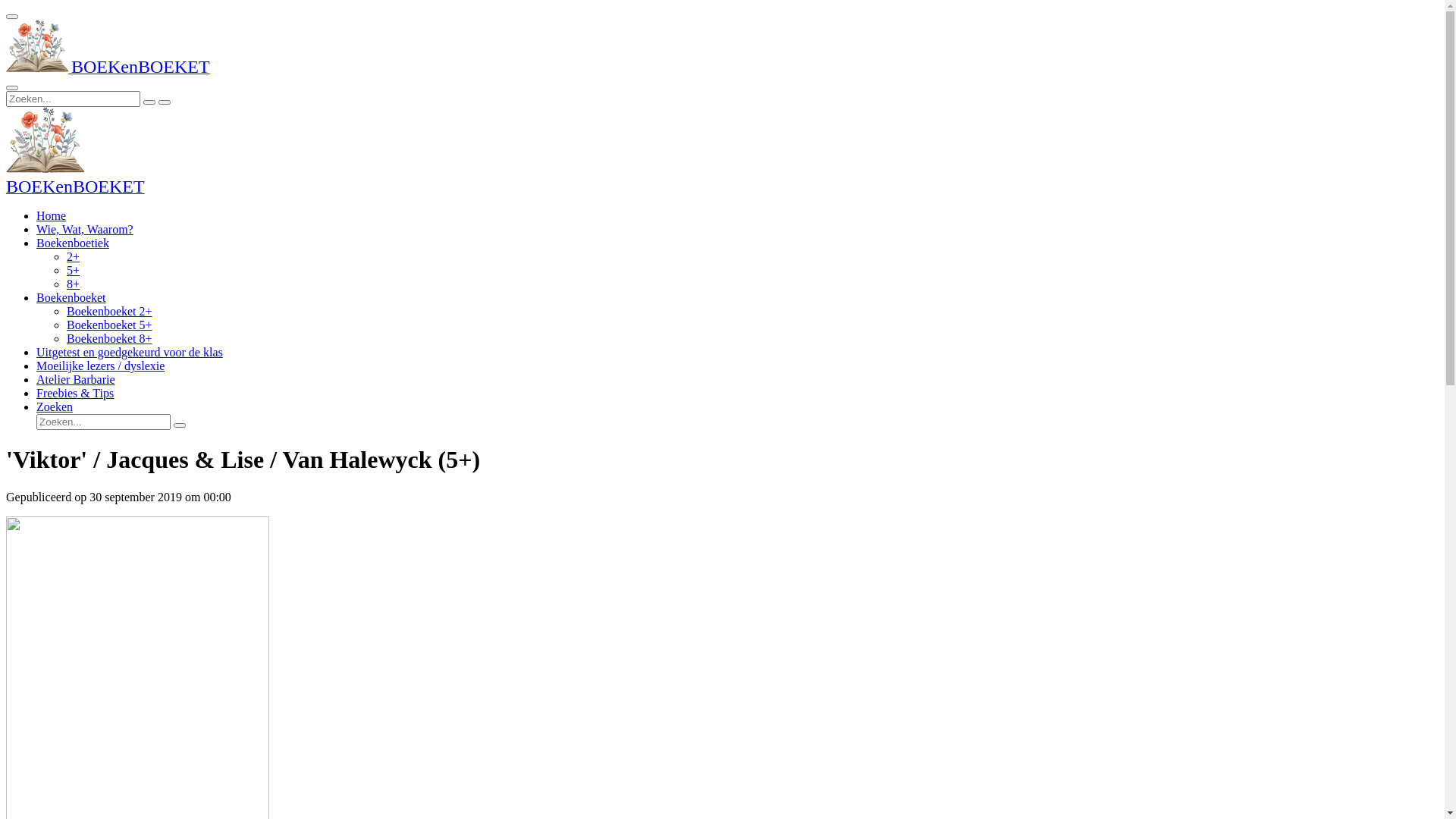 This screenshot has height=819, width=1456. What do you see at coordinates (99, 366) in the screenshot?
I see `'Moeilijke lezers / dyslexie'` at bounding box center [99, 366].